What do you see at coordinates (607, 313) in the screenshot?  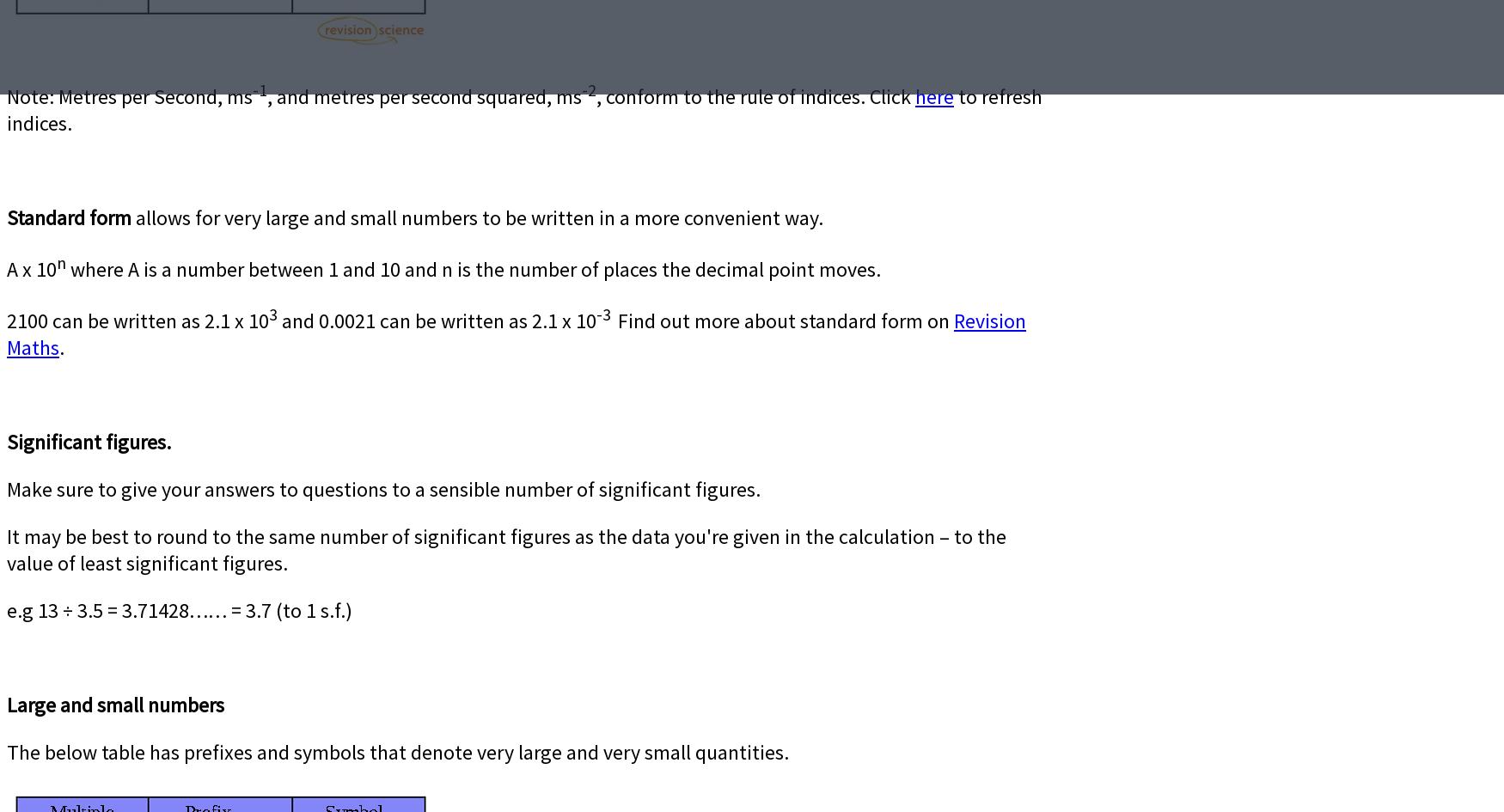 I see `'-3'` at bounding box center [607, 313].